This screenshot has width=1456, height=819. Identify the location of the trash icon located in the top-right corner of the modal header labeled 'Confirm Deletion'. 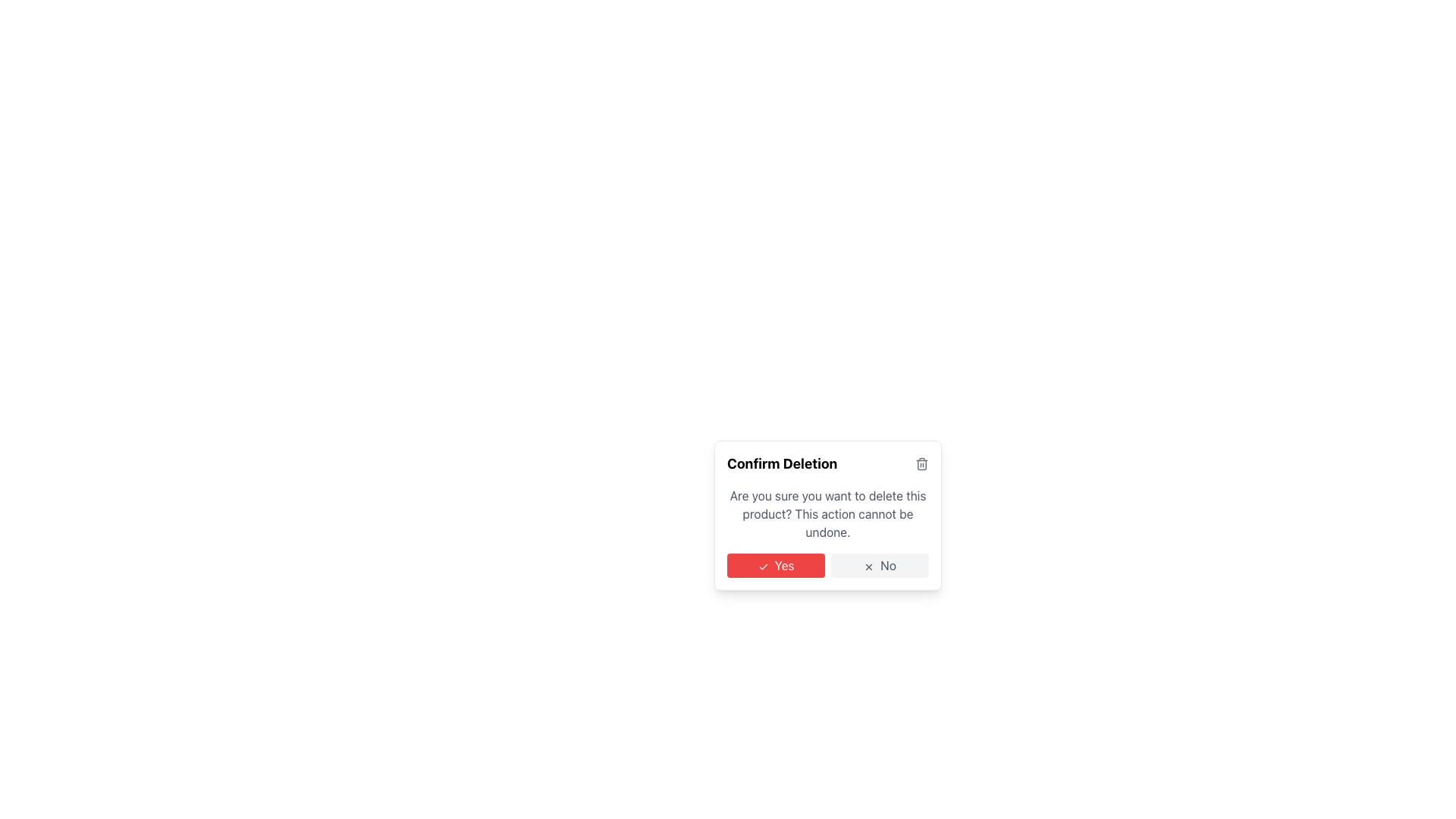
(921, 463).